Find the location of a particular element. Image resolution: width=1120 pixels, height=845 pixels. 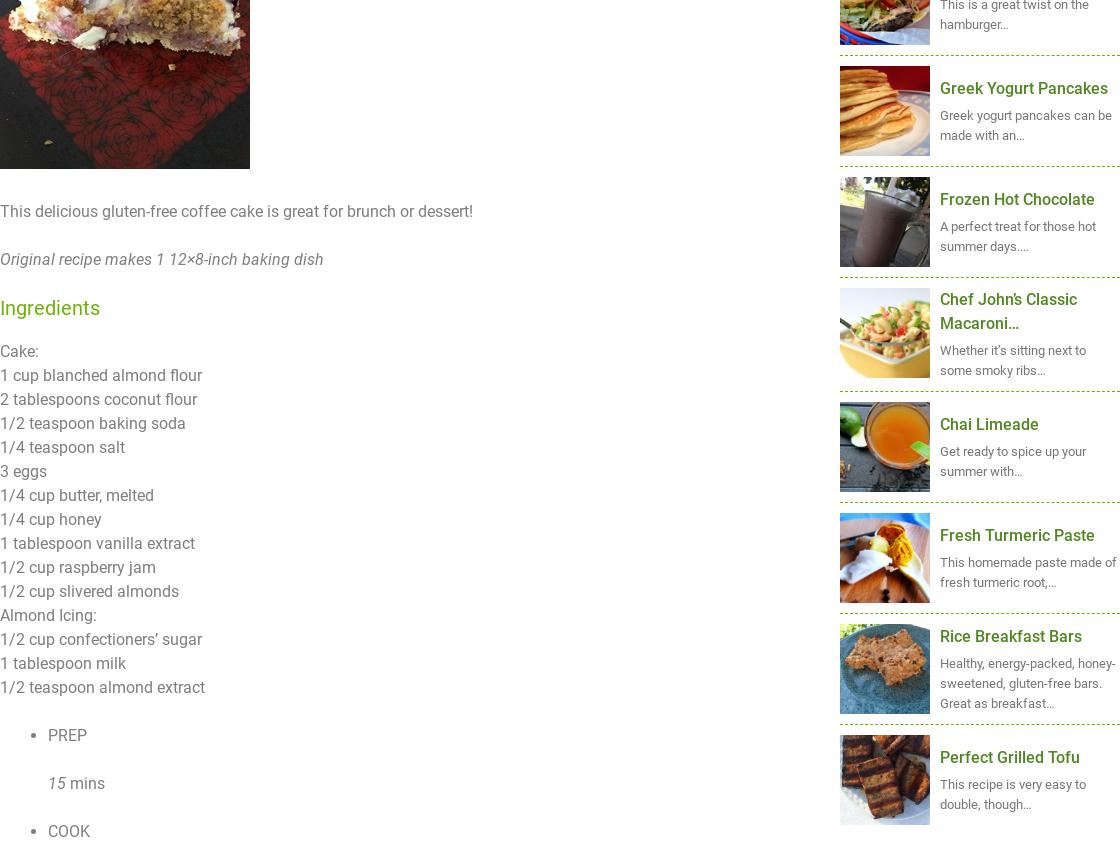

'15' is located at coordinates (57, 783).